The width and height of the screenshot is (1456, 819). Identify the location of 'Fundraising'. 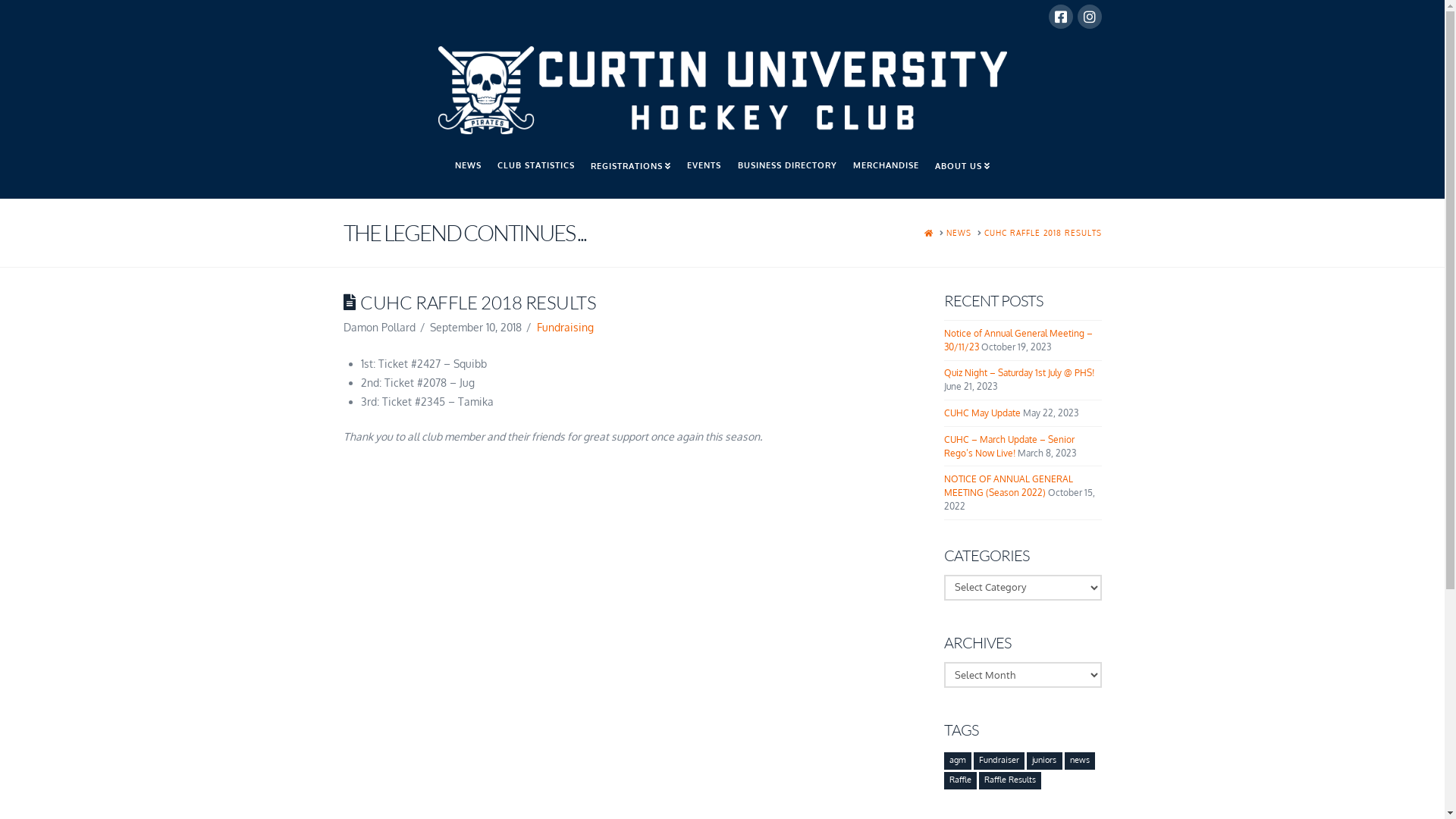
(537, 326).